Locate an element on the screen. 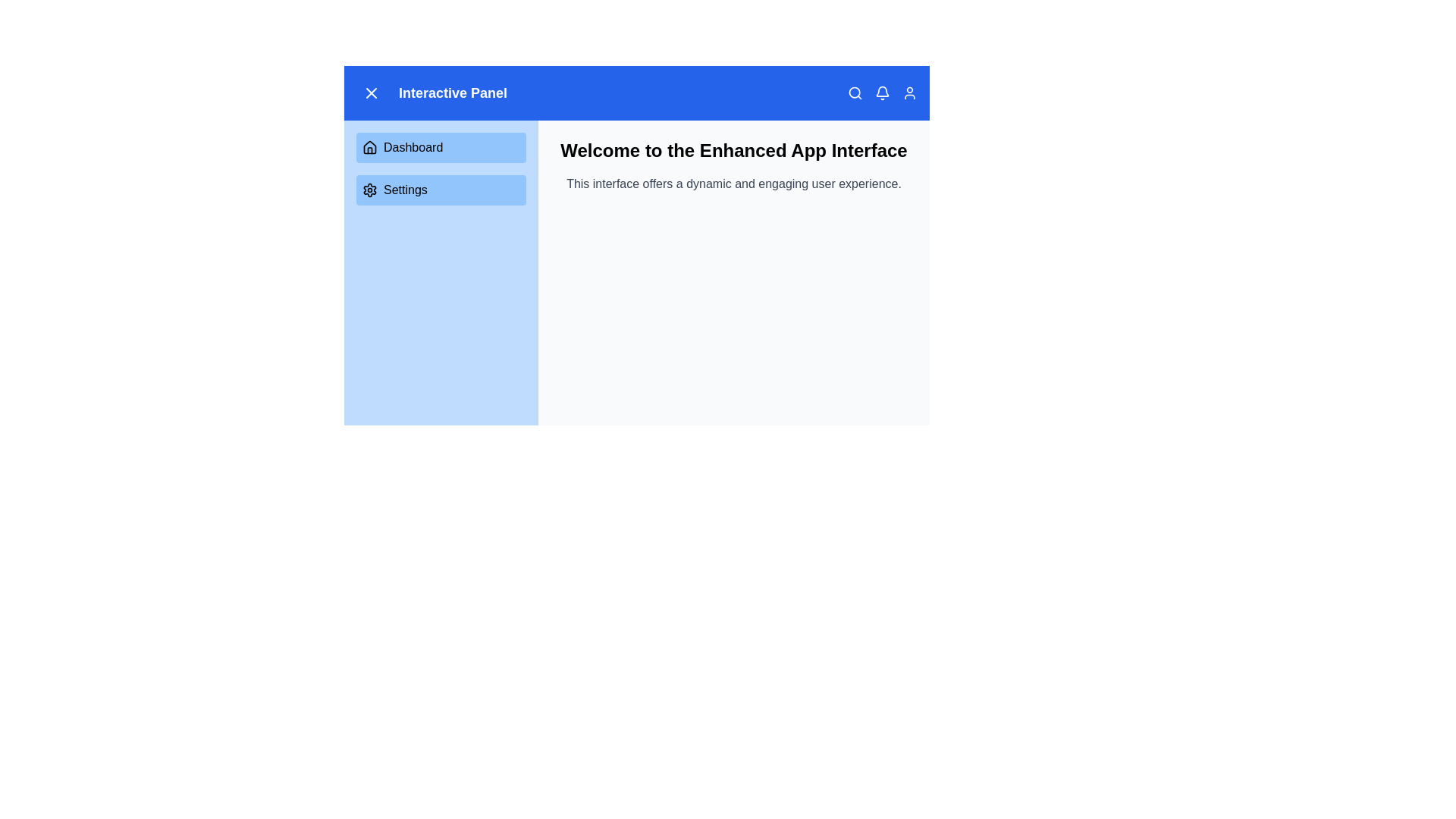  the house icon located in the sidebar menu next to the 'Dashboard' label by clicking on it is located at coordinates (370, 146).